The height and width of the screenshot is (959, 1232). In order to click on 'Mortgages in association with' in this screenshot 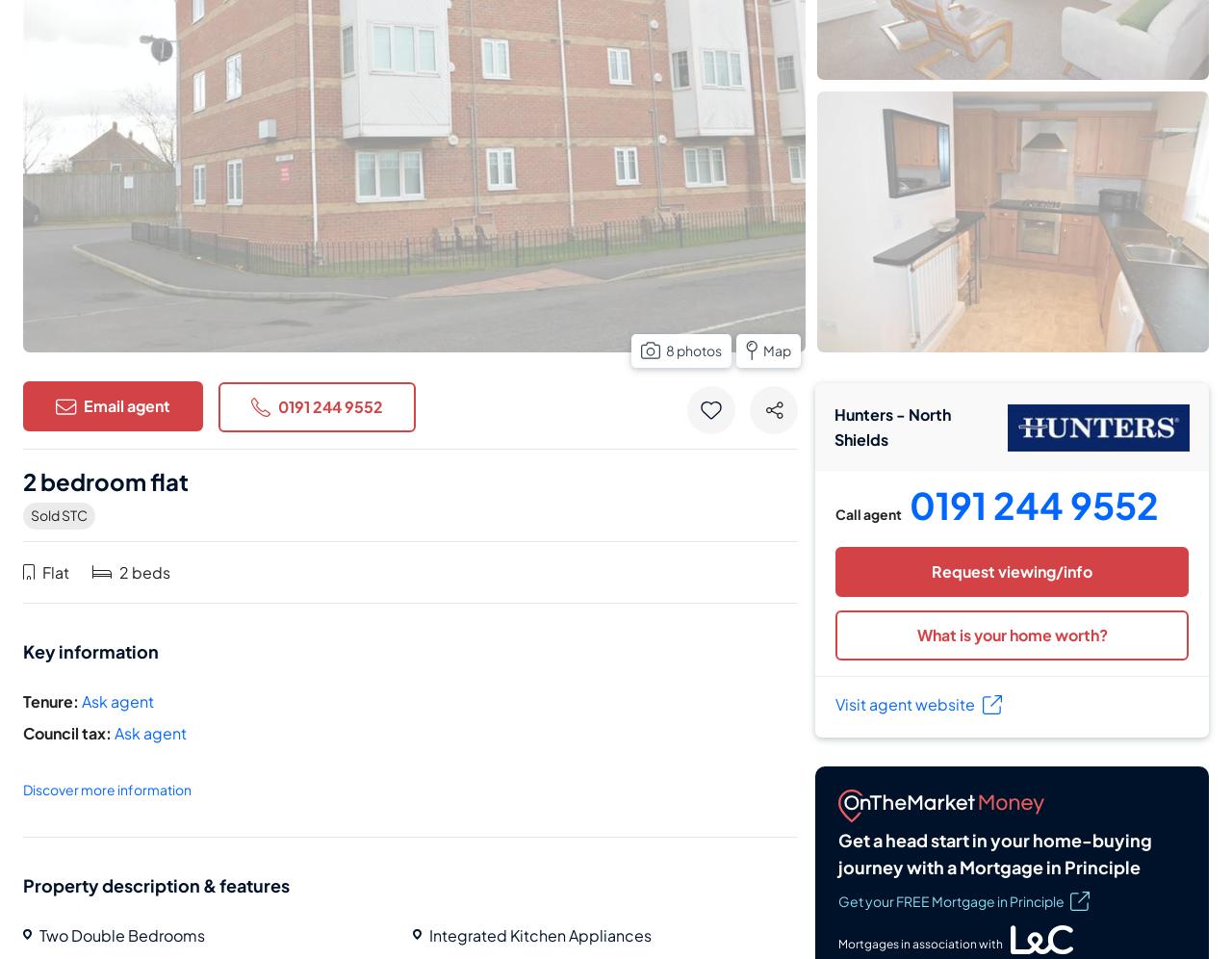, I will do `click(919, 942)`.